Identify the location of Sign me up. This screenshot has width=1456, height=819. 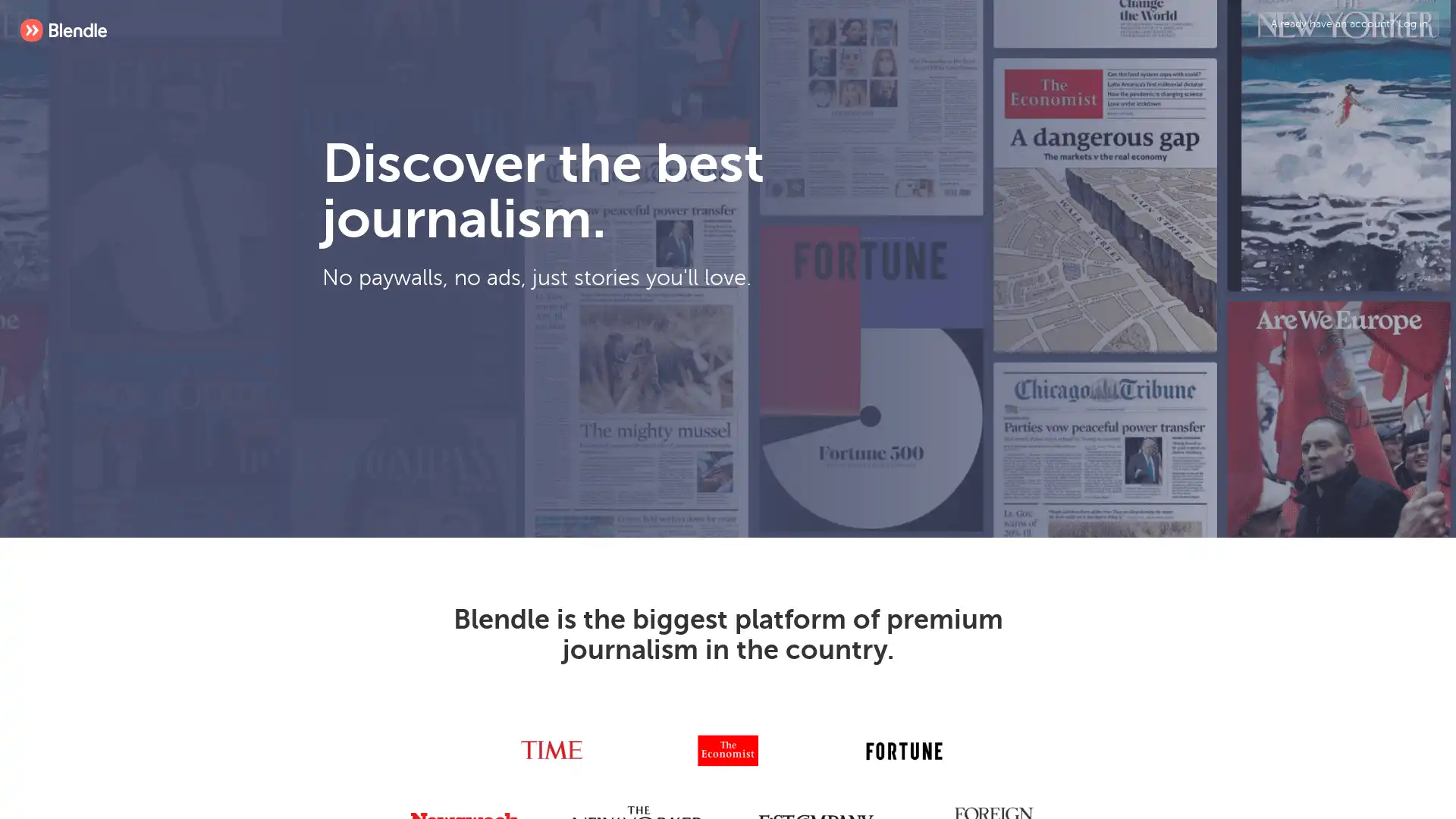
(601, 397).